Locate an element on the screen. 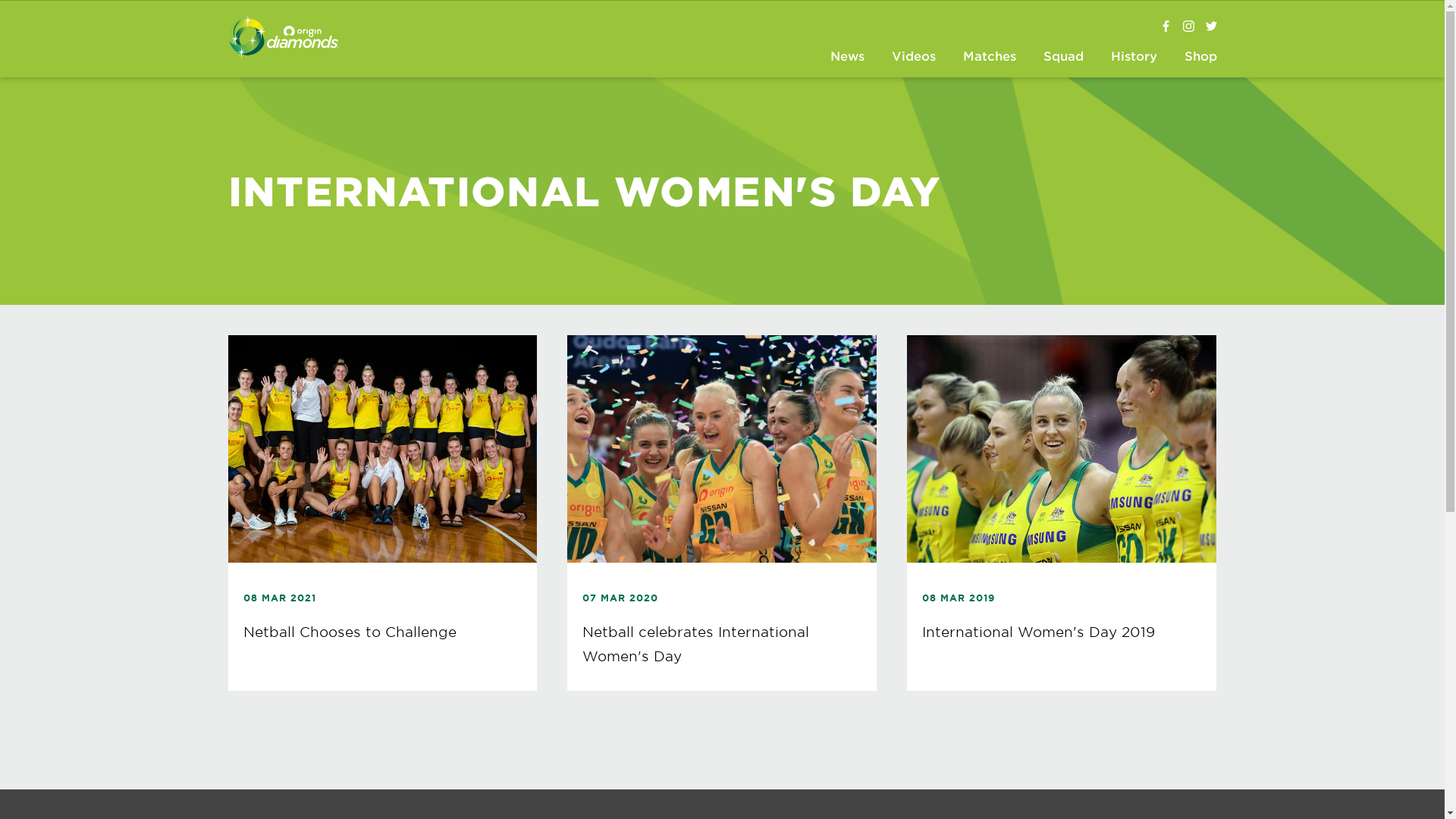 The height and width of the screenshot is (819, 1456). '08 MAR 2021 is located at coordinates (382, 512).